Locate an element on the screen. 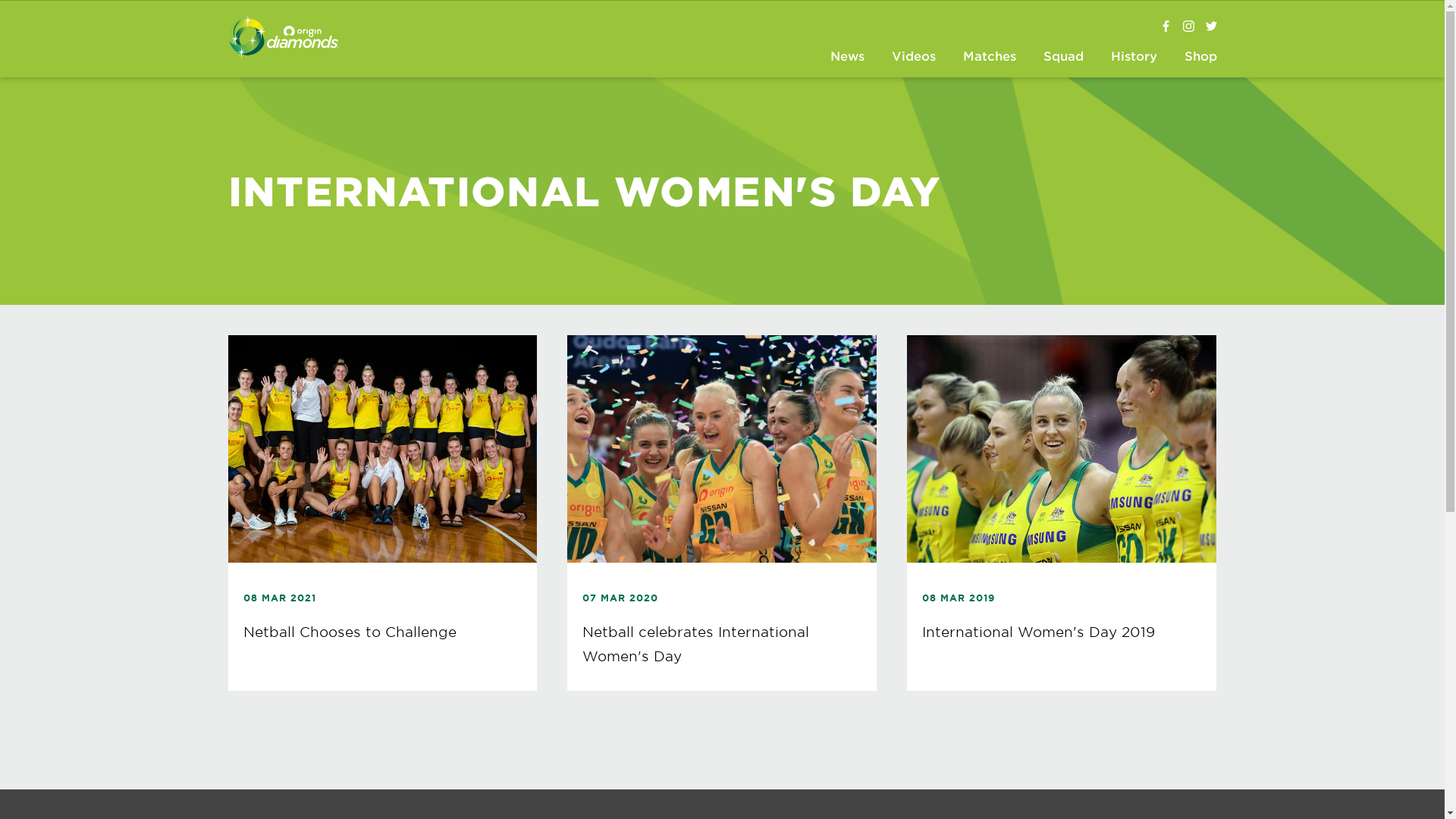 The height and width of the screenshot is (819, 1456). '08 MAR 2021 is located at coordinates (382, 512).